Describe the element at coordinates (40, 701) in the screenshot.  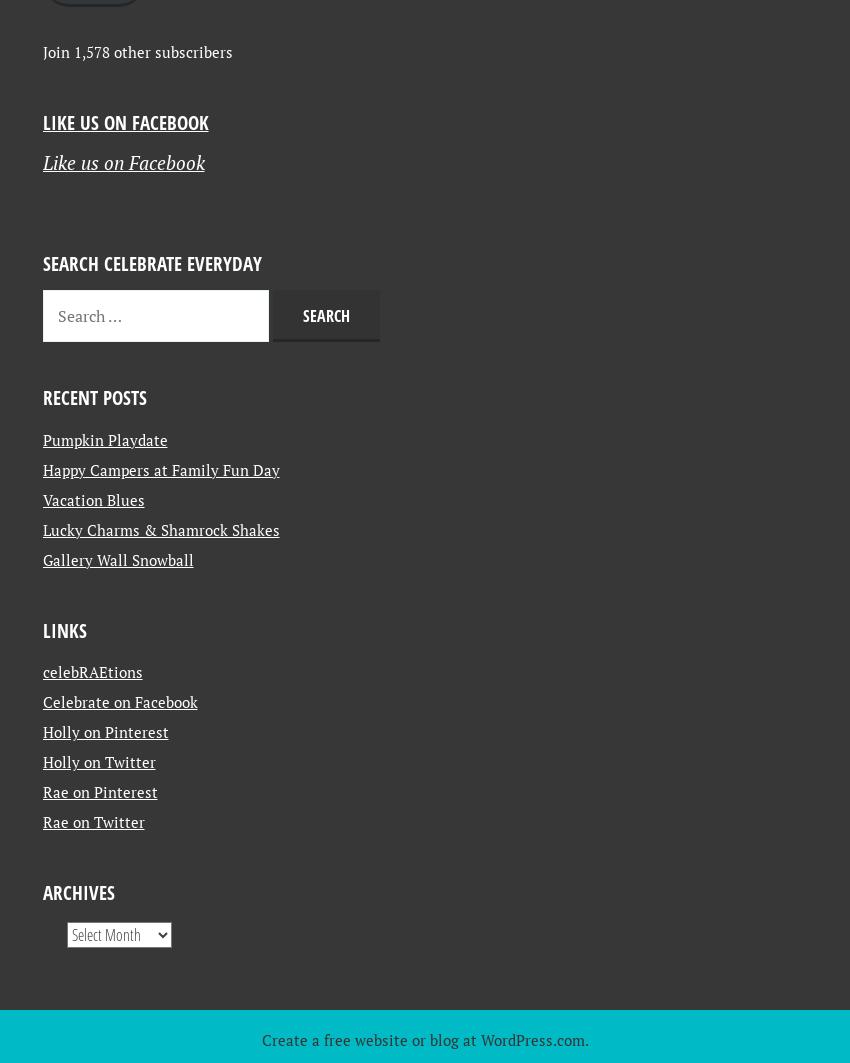
I see `'Lucky Charms & Shamrock Shakes'` at that location.